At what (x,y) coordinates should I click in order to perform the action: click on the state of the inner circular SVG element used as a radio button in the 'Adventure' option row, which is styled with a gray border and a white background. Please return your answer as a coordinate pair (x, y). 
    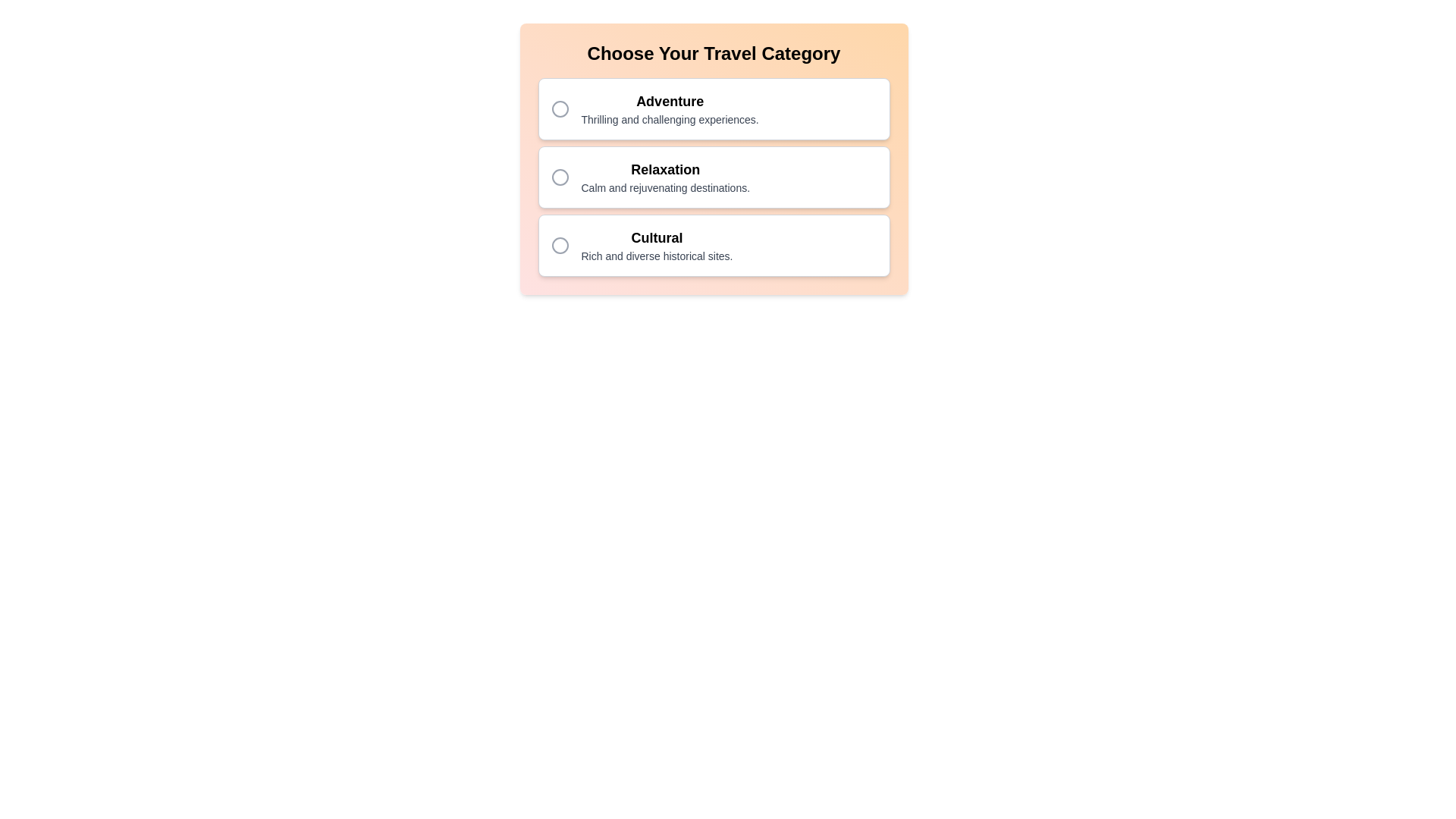
    Looking at the image, I should click on (559, 108).